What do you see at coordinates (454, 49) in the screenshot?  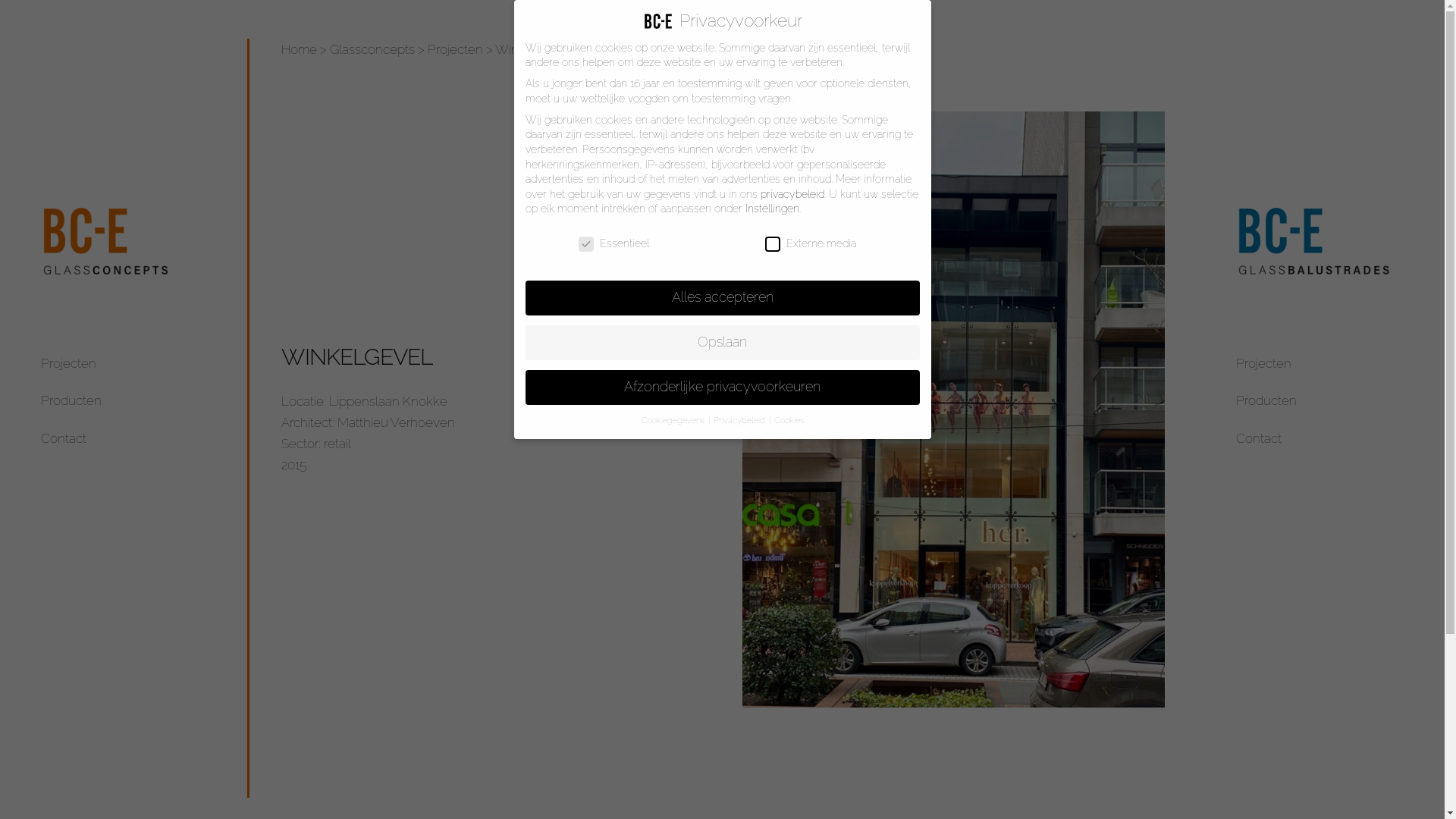 I see `'Projecten'` at bounding box center [454, 49].